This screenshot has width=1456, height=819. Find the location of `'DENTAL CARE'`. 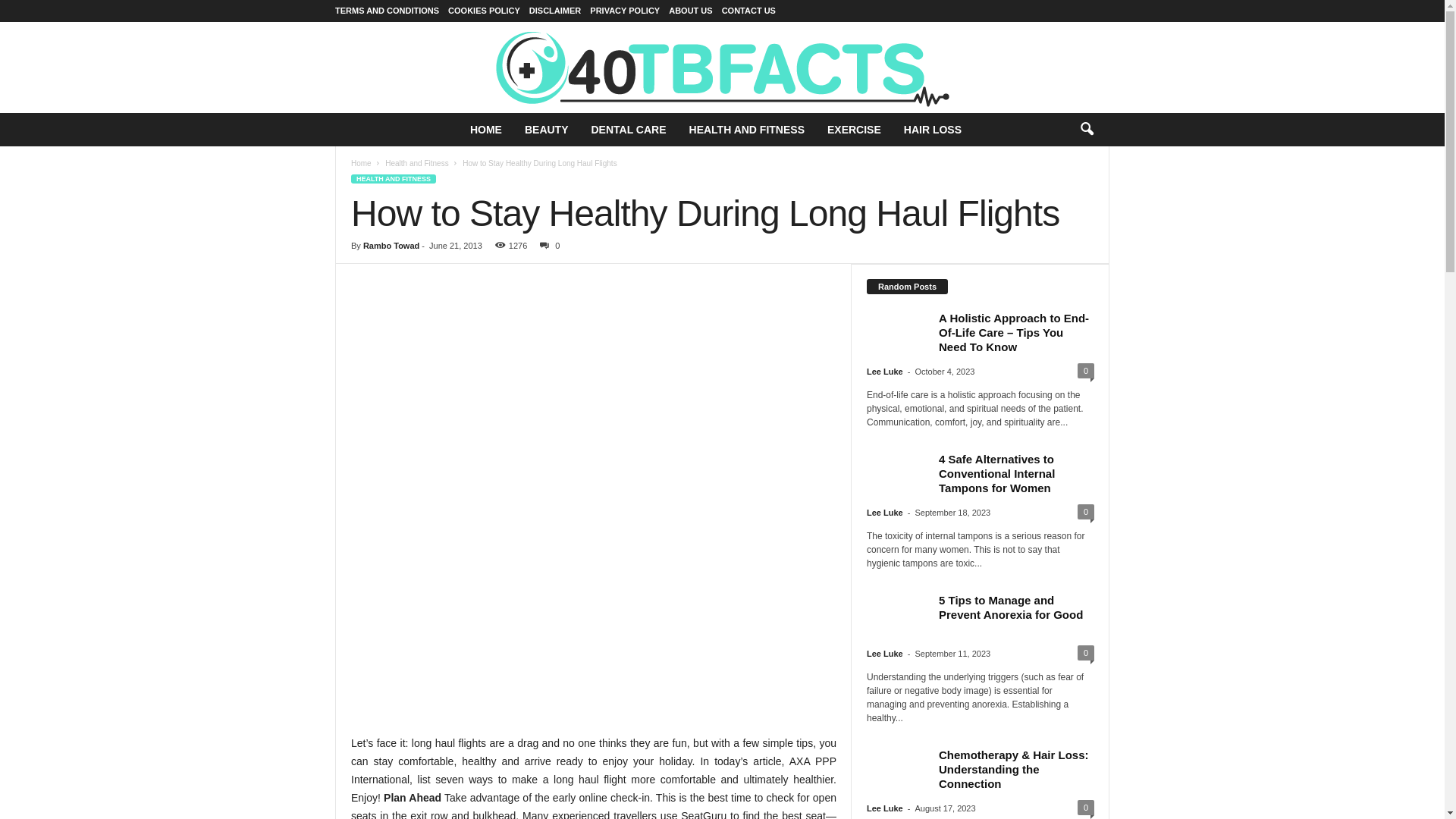

'DENTAL CARE' is located at coordinates (628, 128).